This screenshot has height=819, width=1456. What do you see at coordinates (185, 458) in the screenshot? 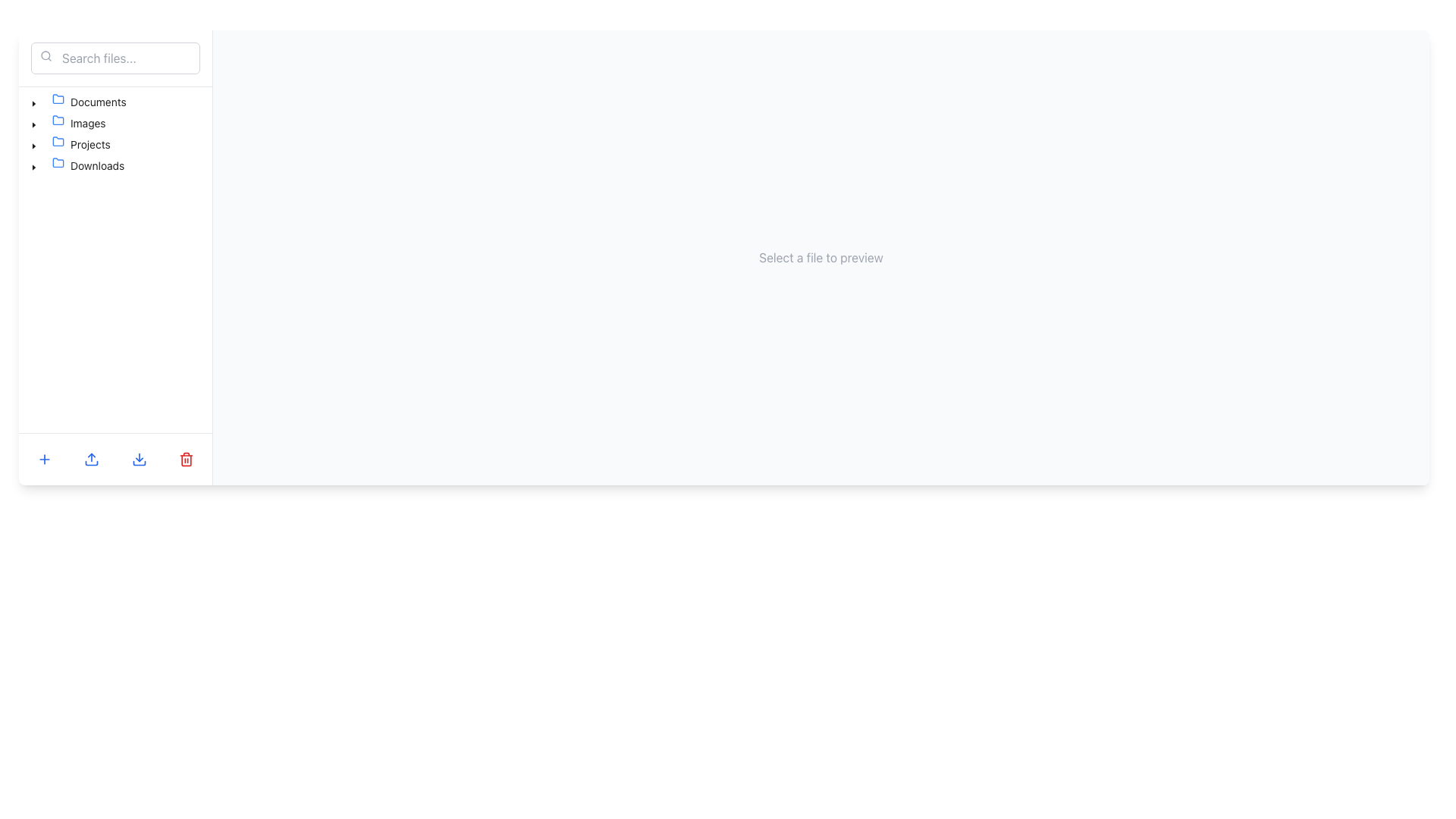
I see `an item` at bounding box center [185, 458].